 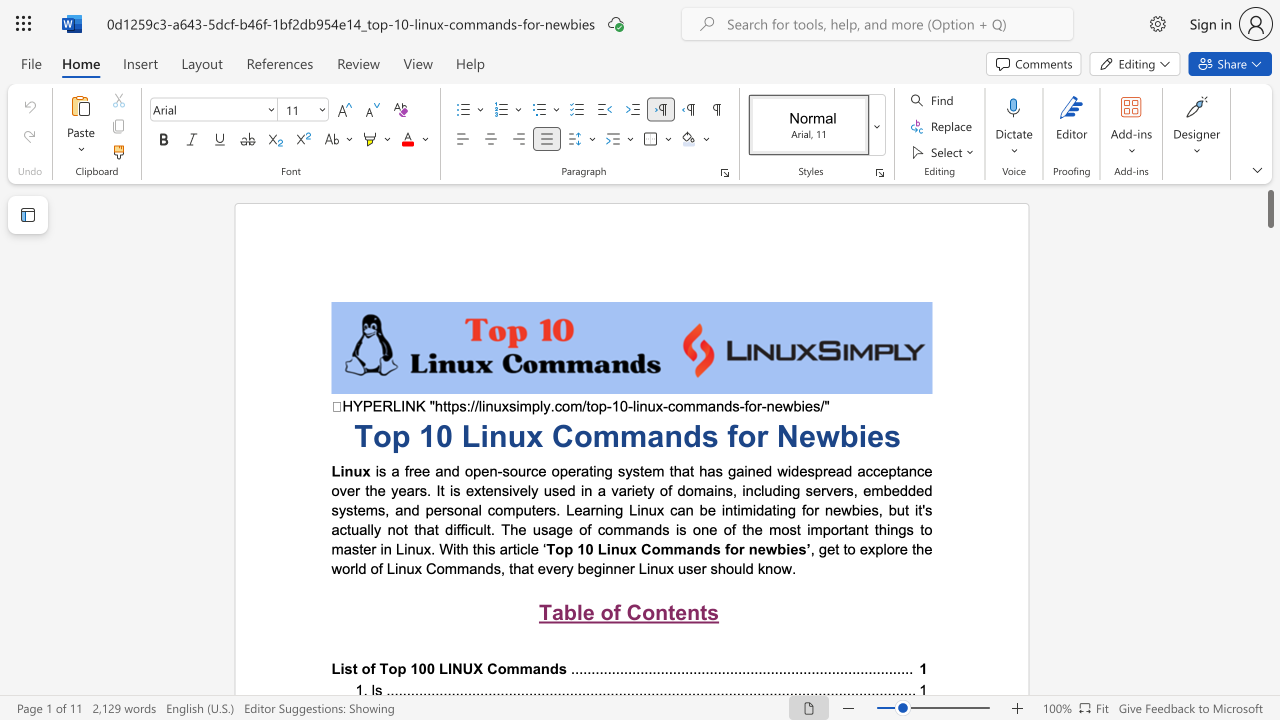 What do you see at coordinates (668, 611) in the screenshot?
I see `the subset text "tents" within the text "Table of Contents"` at bounding box center [668, 611].